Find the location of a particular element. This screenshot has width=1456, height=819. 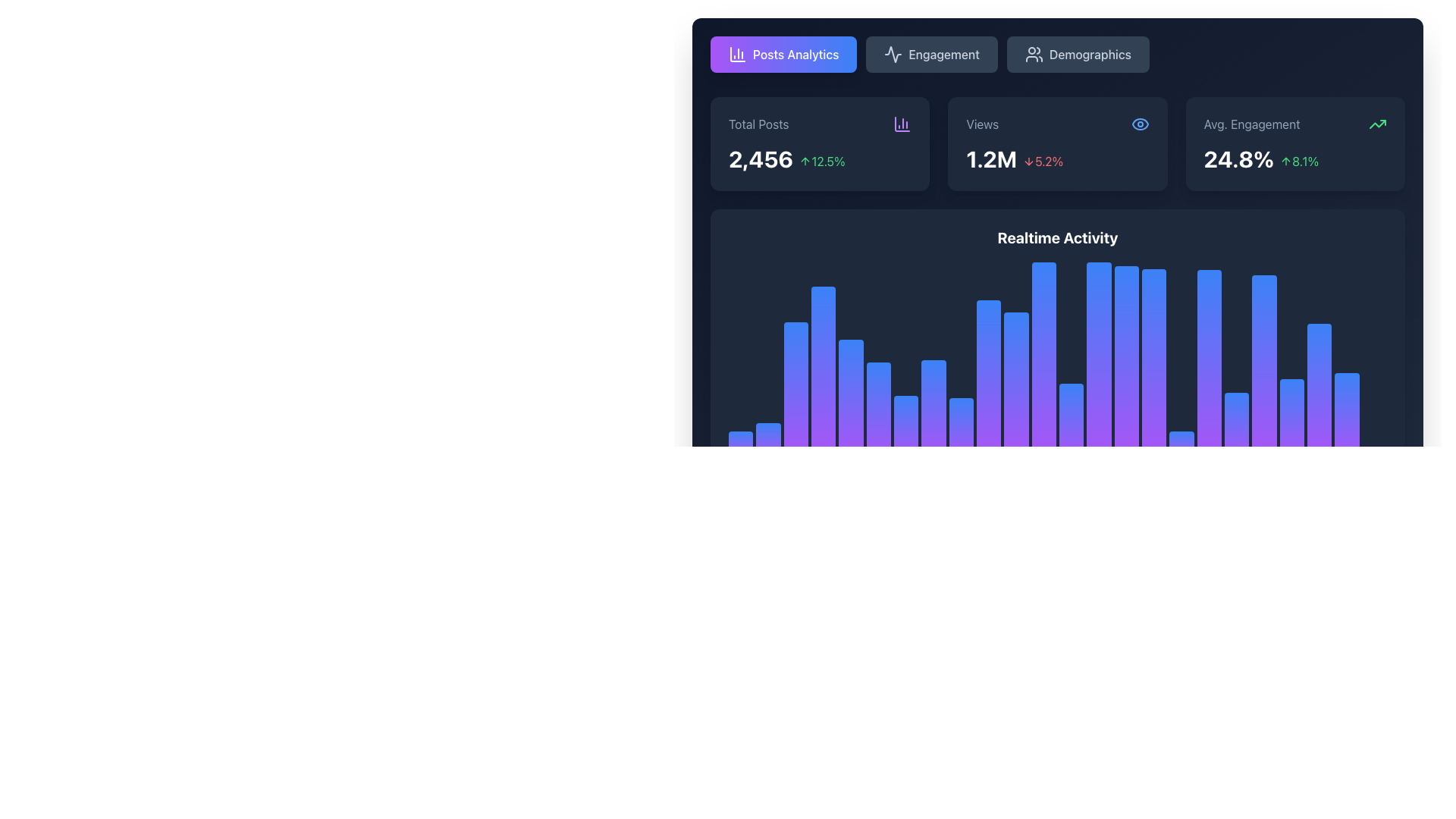

the 'Demographics' button is located at coordinates (1057, 54).